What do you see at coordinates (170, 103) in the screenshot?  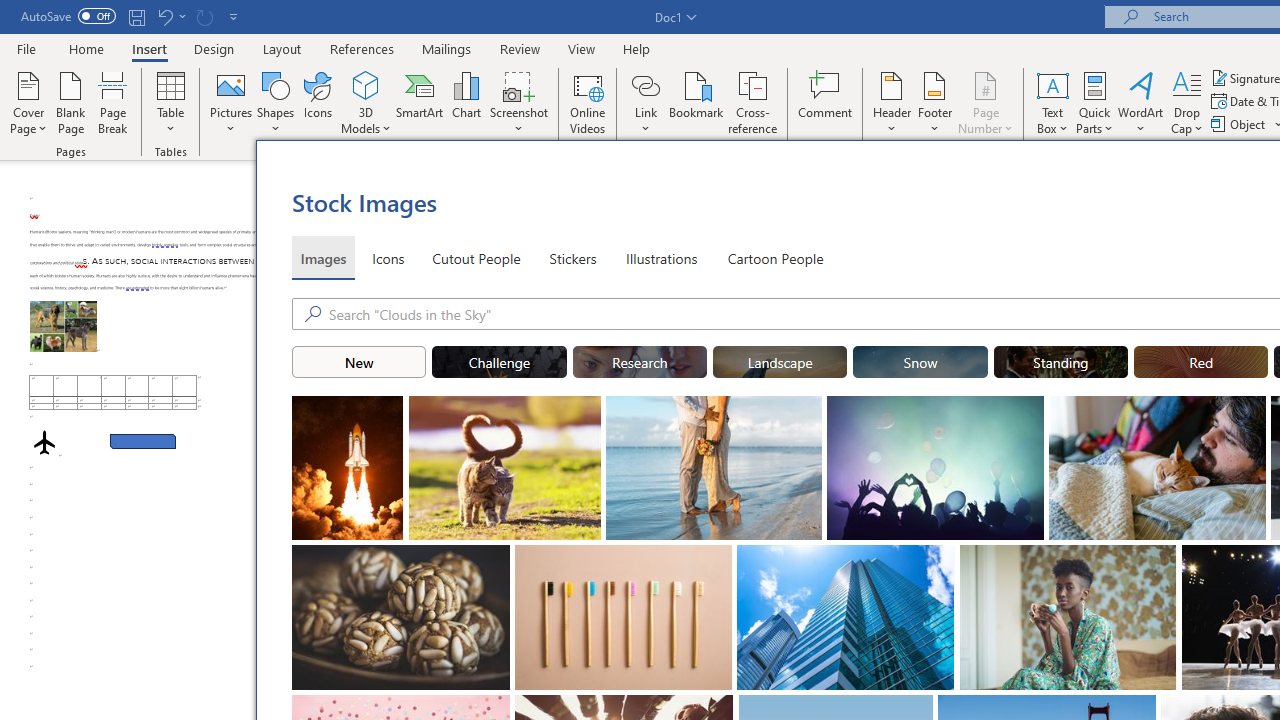 I see `'Table'` at bounding box center [170, 103].